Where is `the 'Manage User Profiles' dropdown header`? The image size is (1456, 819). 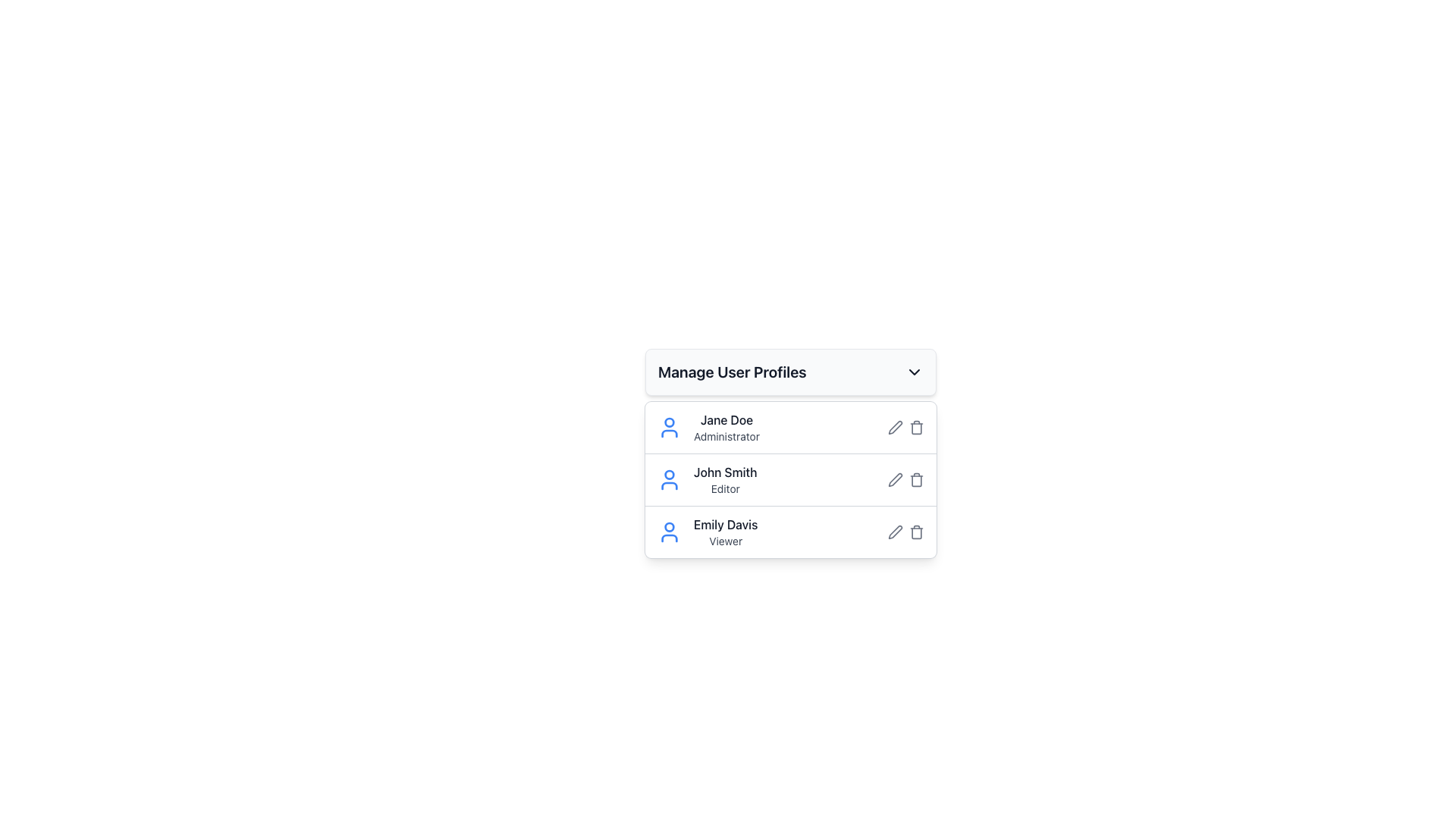 the 'Manage User Profiles' dropdown header is located at coordinates (789, 372).